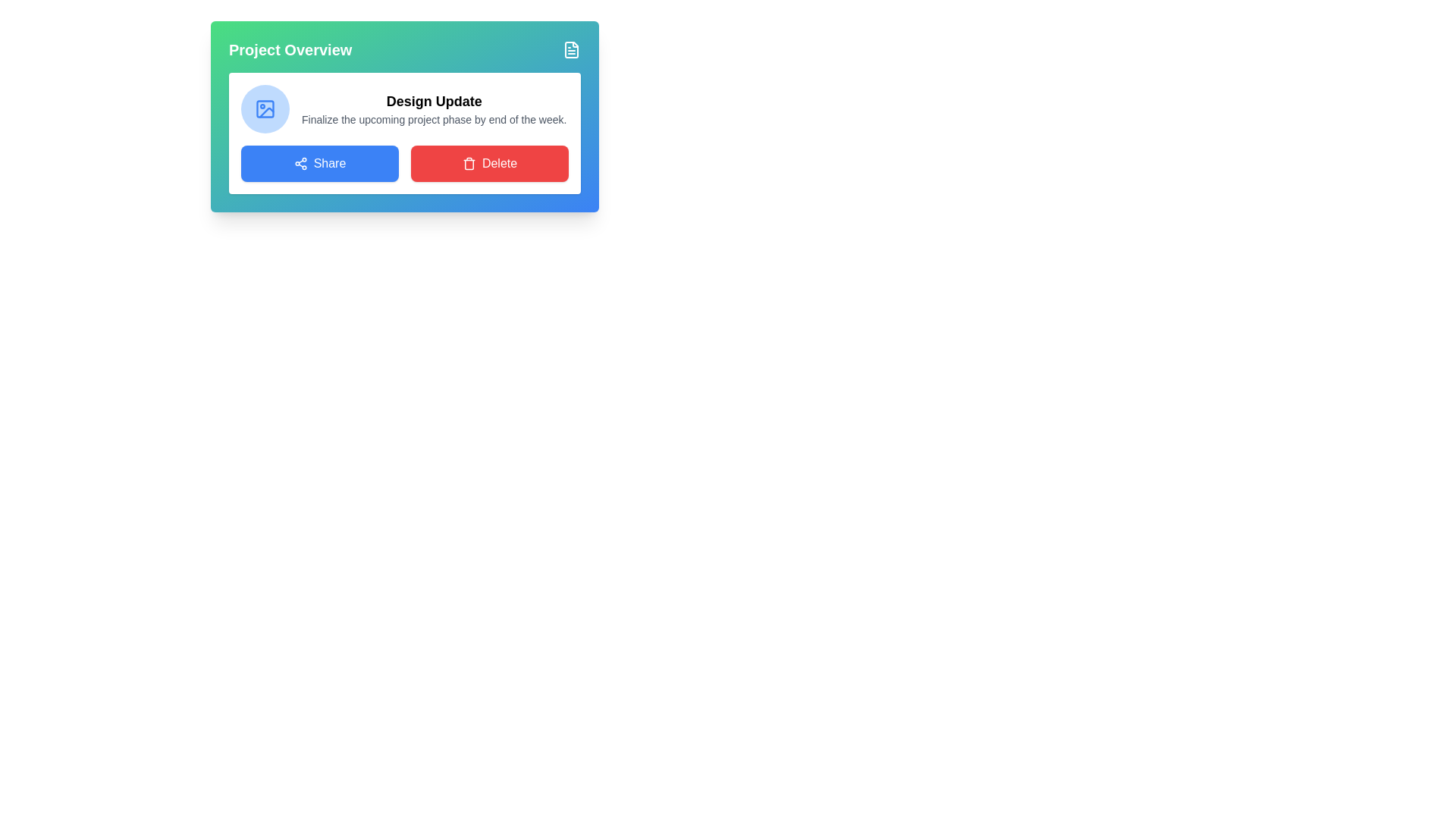 Image resolution: width=1456 pixels, height=819 pixels. I want to click on the Content Display Section located at the top of the card-like structure, which is centrally positioned above the 'Share' and 'Delete' buttons and below the 'Project Overview' text, so click(404, 108).